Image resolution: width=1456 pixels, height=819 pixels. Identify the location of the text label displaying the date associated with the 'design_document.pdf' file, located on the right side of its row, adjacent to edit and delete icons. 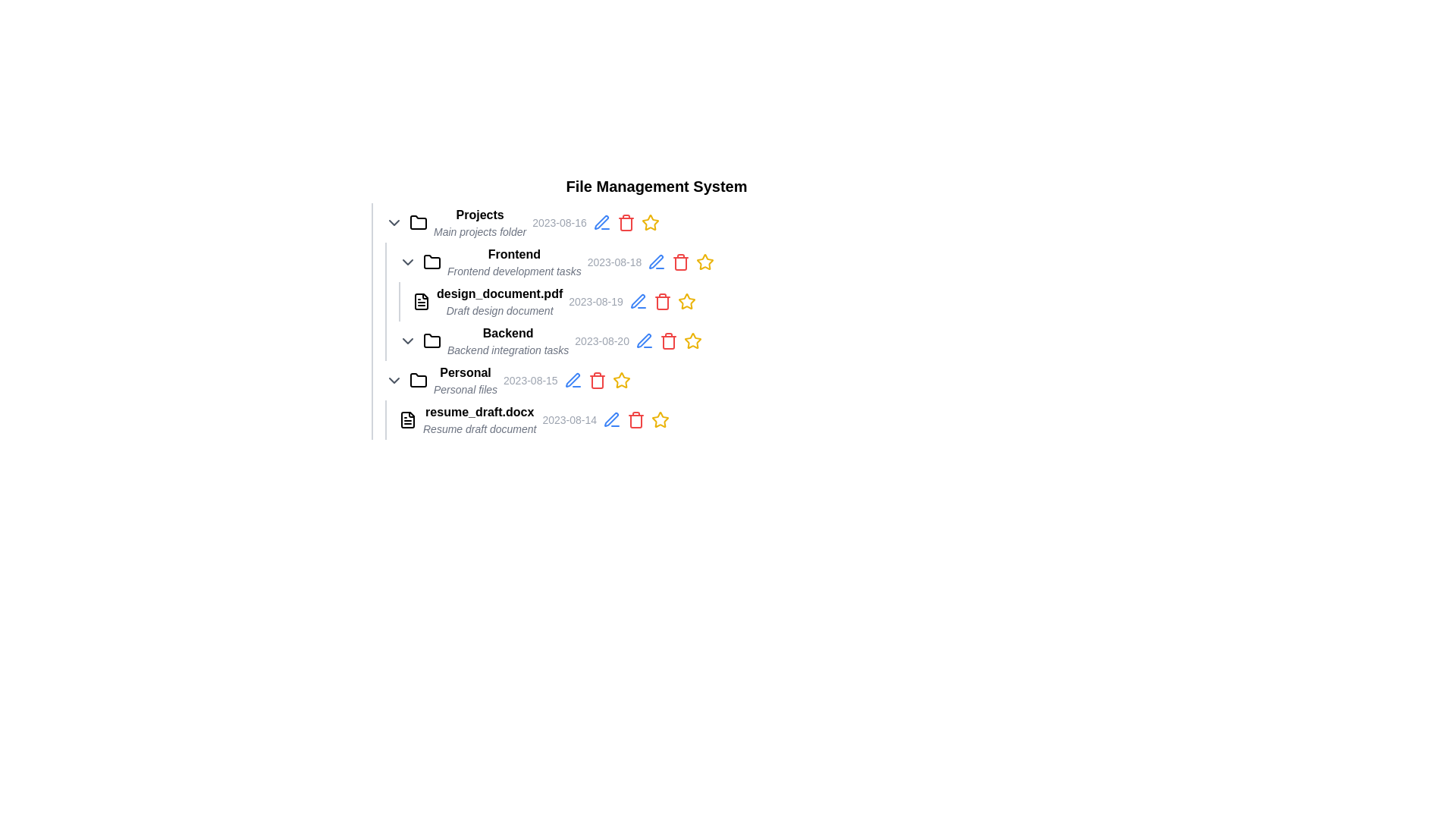
(595, 301).